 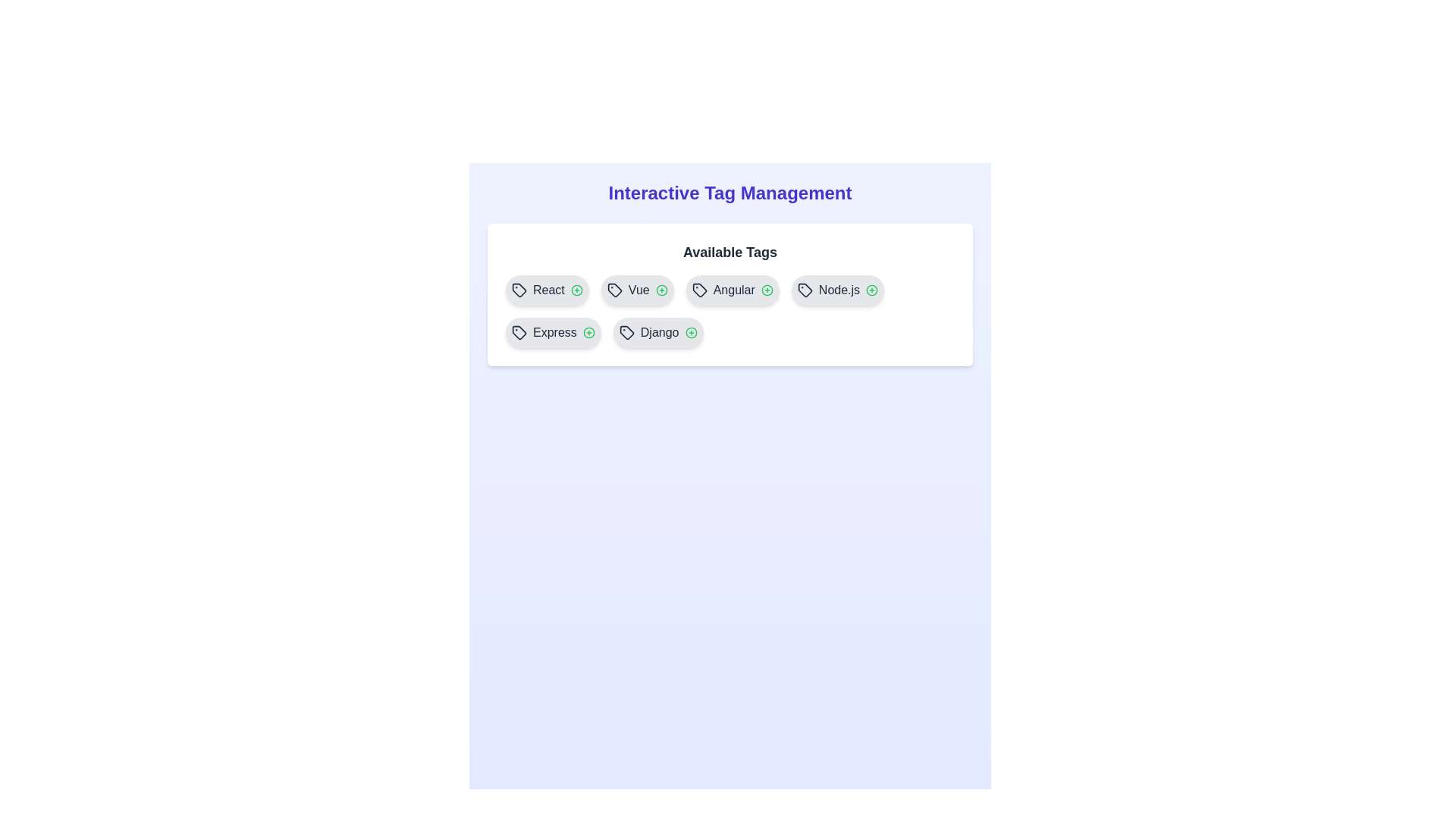 I want to click on the Django tag icon in the middle row of the 'Available Tags' section, so click(x=626, y=332).